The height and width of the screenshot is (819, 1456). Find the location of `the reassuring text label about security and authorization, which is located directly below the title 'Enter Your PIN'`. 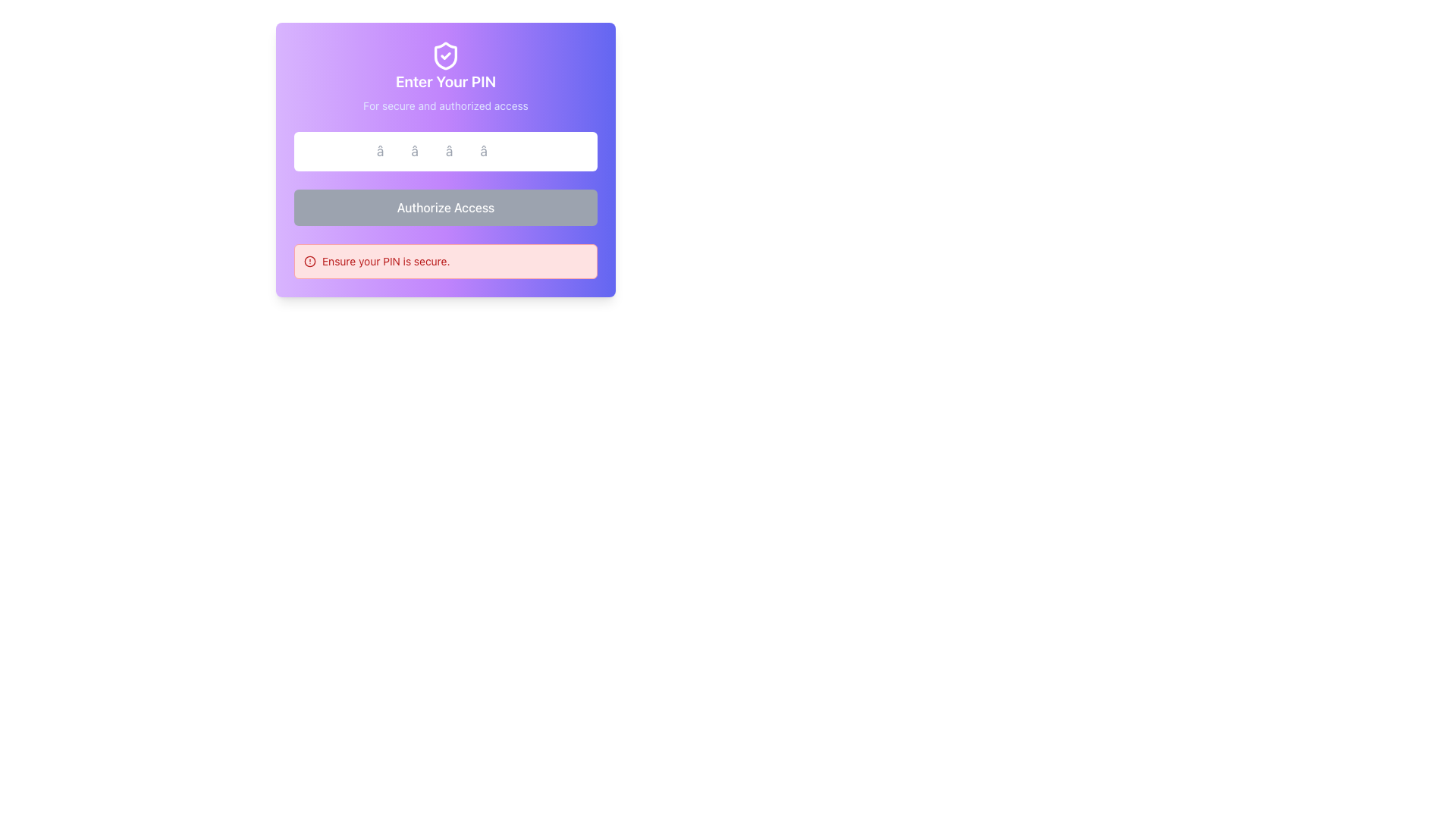

the reassuring text label about security and authorization, which is located directly below the title 'Enter Your PIN' is located at coordinates (445, 105).